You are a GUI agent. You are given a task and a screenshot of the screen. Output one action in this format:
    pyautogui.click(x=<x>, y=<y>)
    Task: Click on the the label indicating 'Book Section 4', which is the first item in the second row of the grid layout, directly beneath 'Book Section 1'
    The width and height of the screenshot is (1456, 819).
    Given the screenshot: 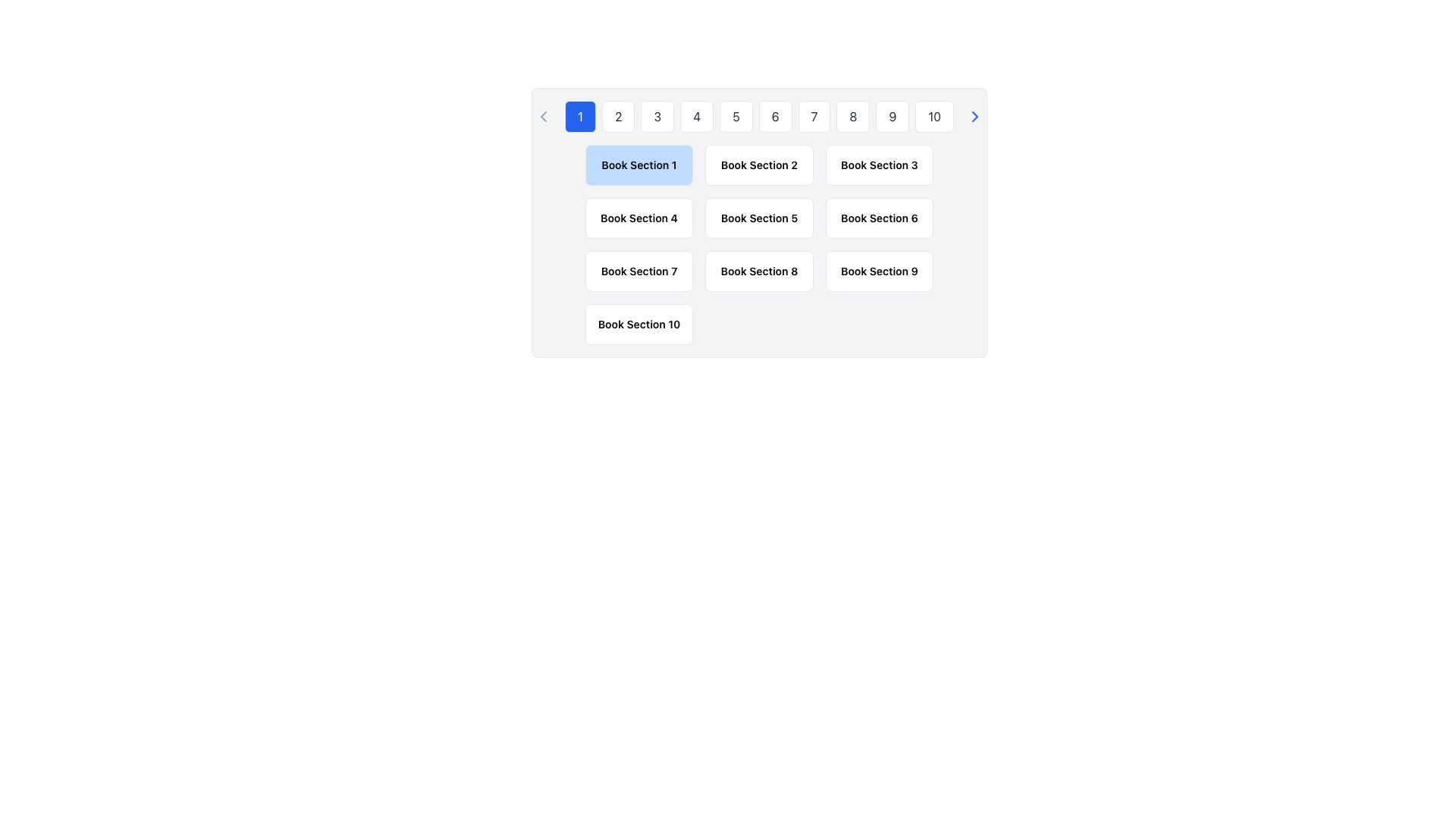 What is the action you would take?
    pyautogui.click(x=639, y=218)
    